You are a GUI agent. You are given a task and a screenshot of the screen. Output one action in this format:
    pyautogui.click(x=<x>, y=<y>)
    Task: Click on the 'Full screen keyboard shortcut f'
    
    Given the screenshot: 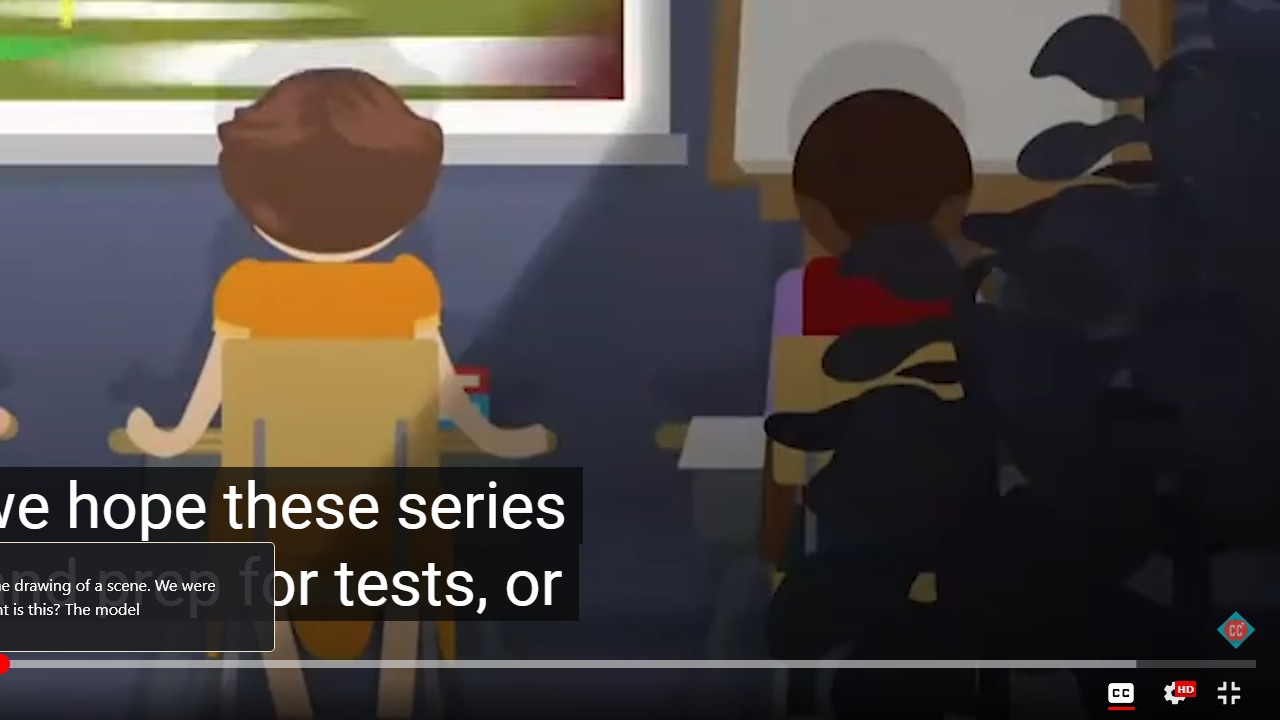 What is the action you would take?
    pyautogui.click(x=1227, y=692)
    